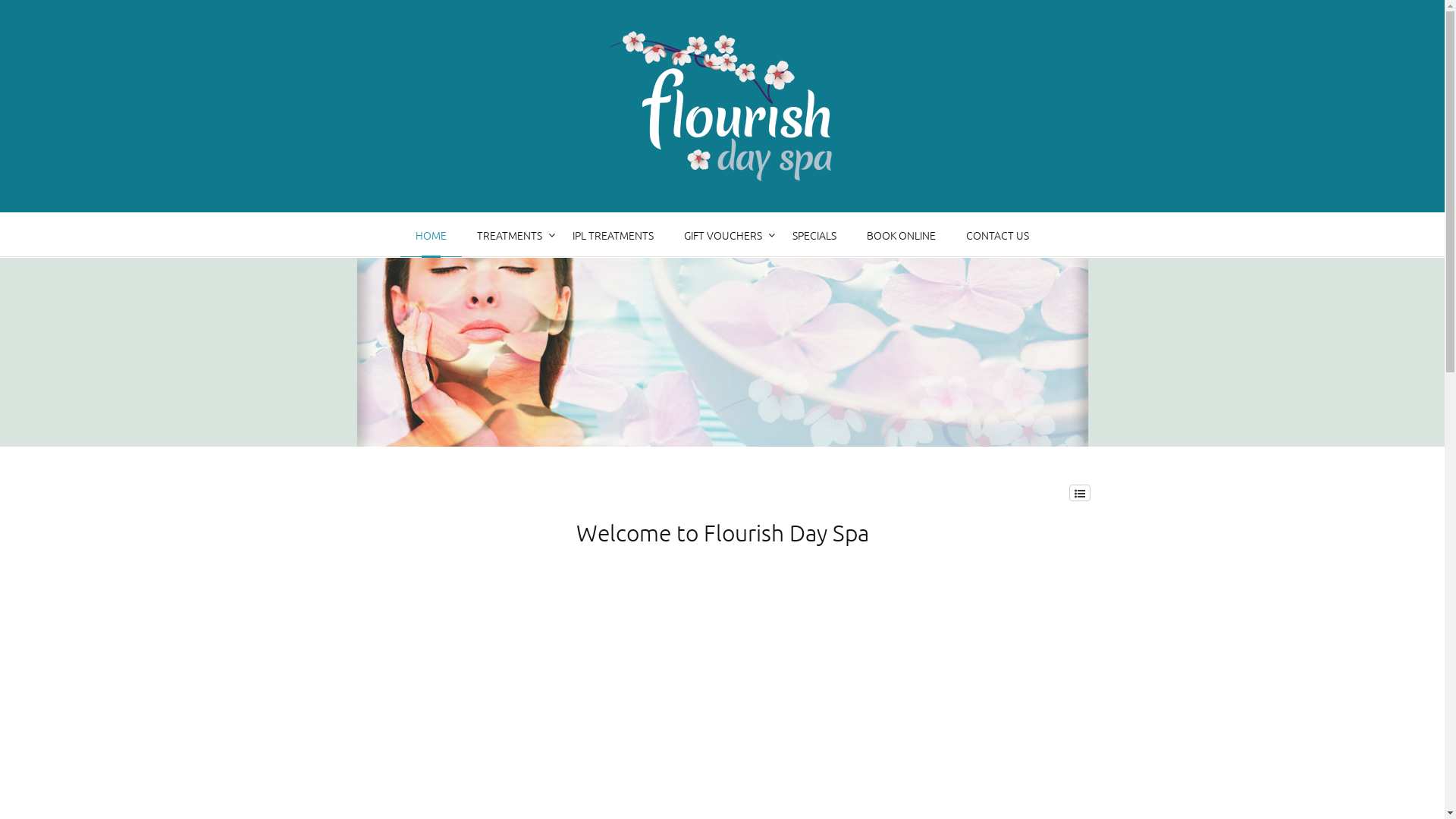  I want to click on 'CONTACT US', so click(997, 234).